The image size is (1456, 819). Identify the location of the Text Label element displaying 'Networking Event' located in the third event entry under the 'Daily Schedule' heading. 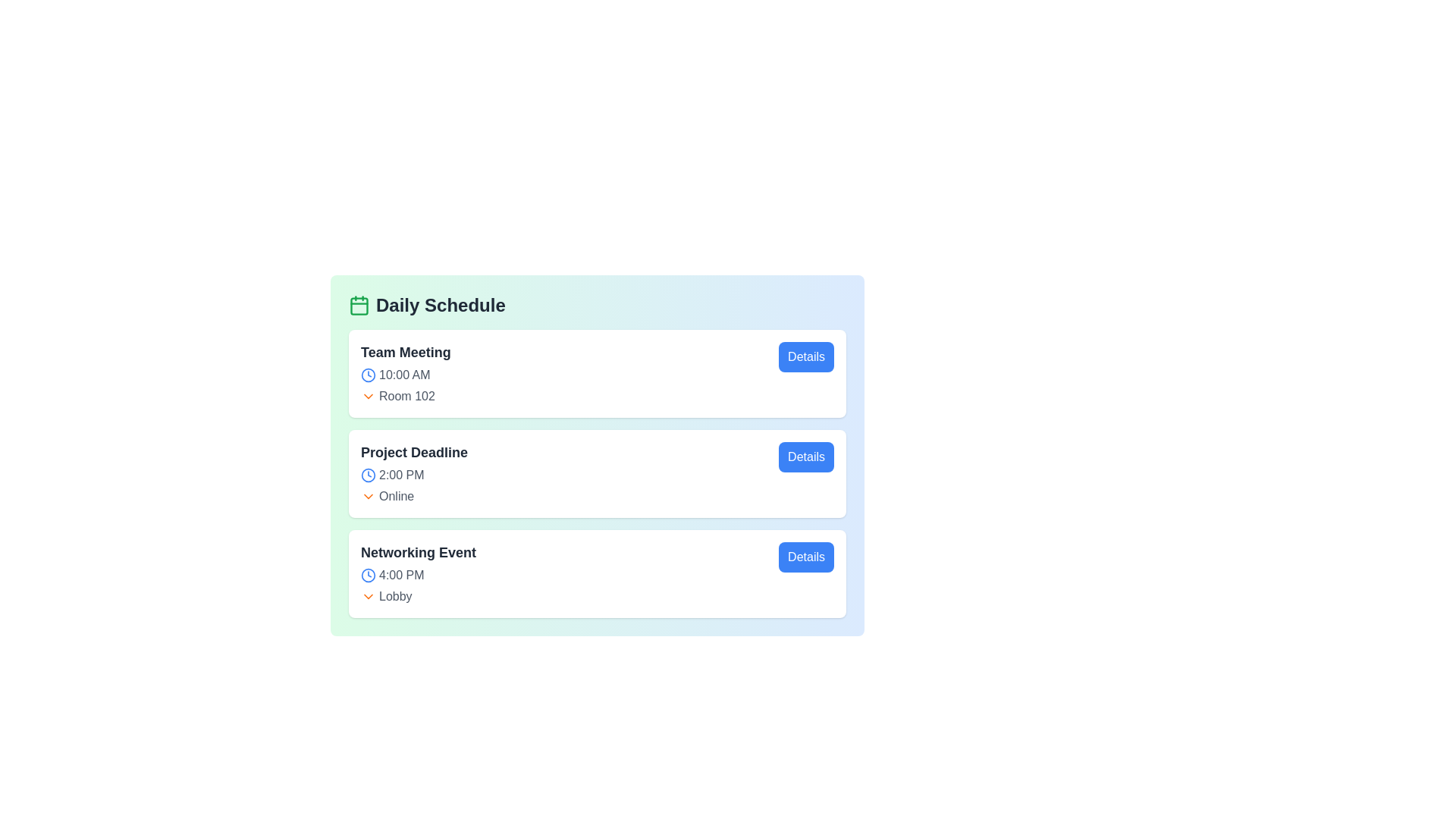
(419, 553).